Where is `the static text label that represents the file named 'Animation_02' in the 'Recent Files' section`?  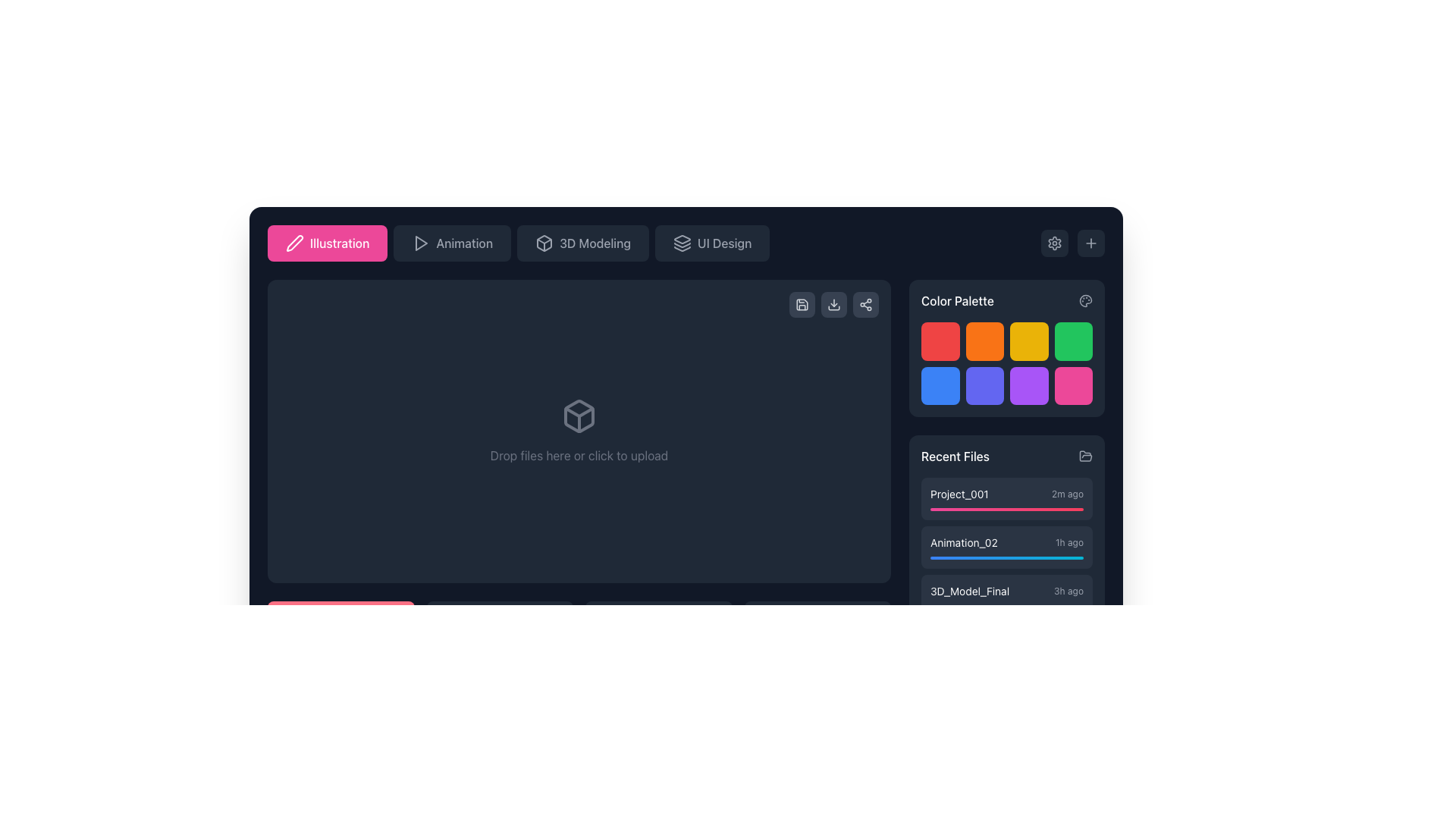
the static text label that represents the file named 'Animation_02' in the 'Recent Files' section is located at coordinates (963, 542).